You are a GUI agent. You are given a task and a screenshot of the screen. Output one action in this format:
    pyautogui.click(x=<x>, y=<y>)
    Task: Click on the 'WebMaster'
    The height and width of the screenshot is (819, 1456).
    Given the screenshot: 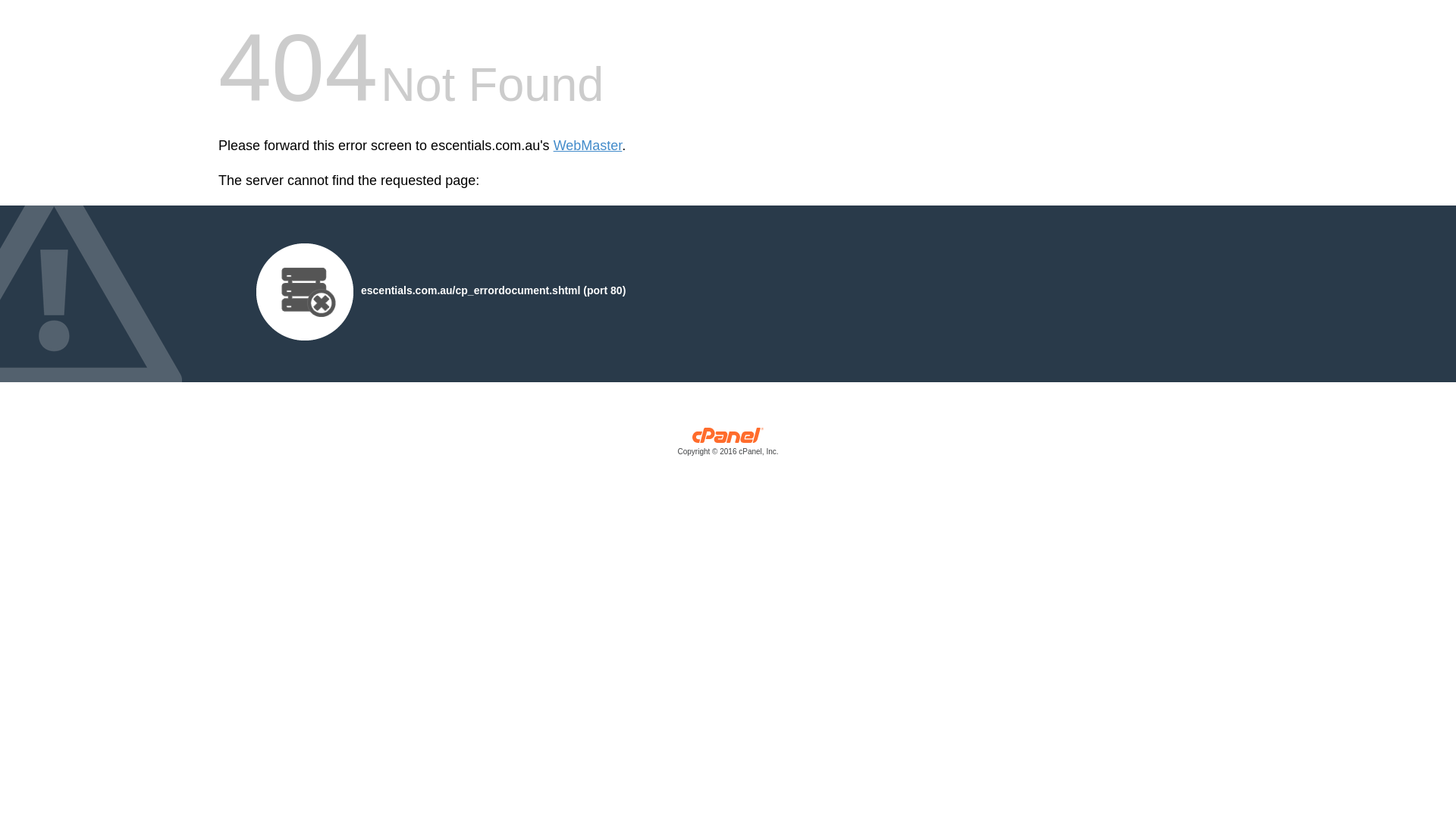 What is the action you would take?
    pyautogui.click(x=587, y=146)
    